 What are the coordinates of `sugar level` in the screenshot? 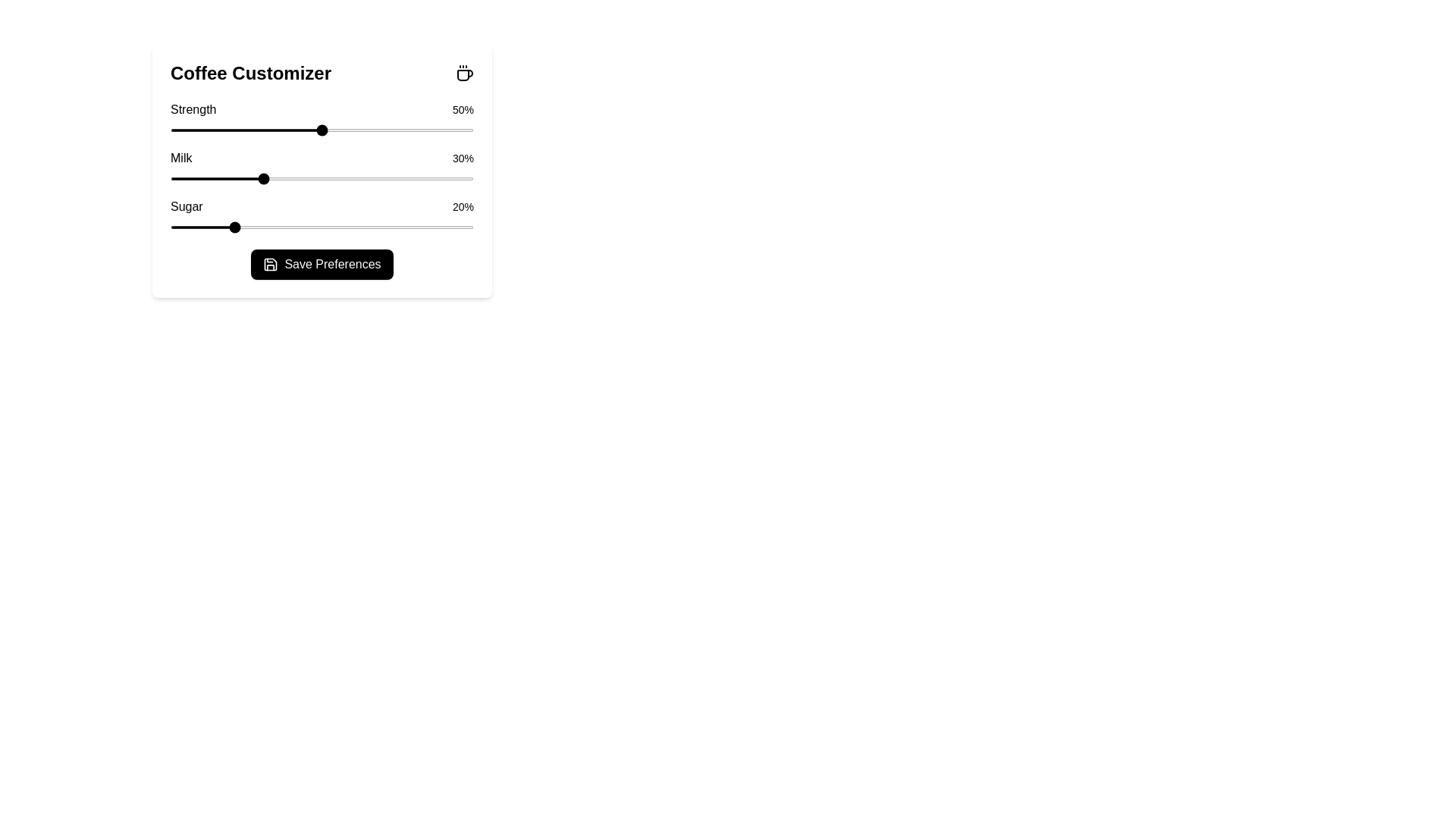 It's located at (224, 227).